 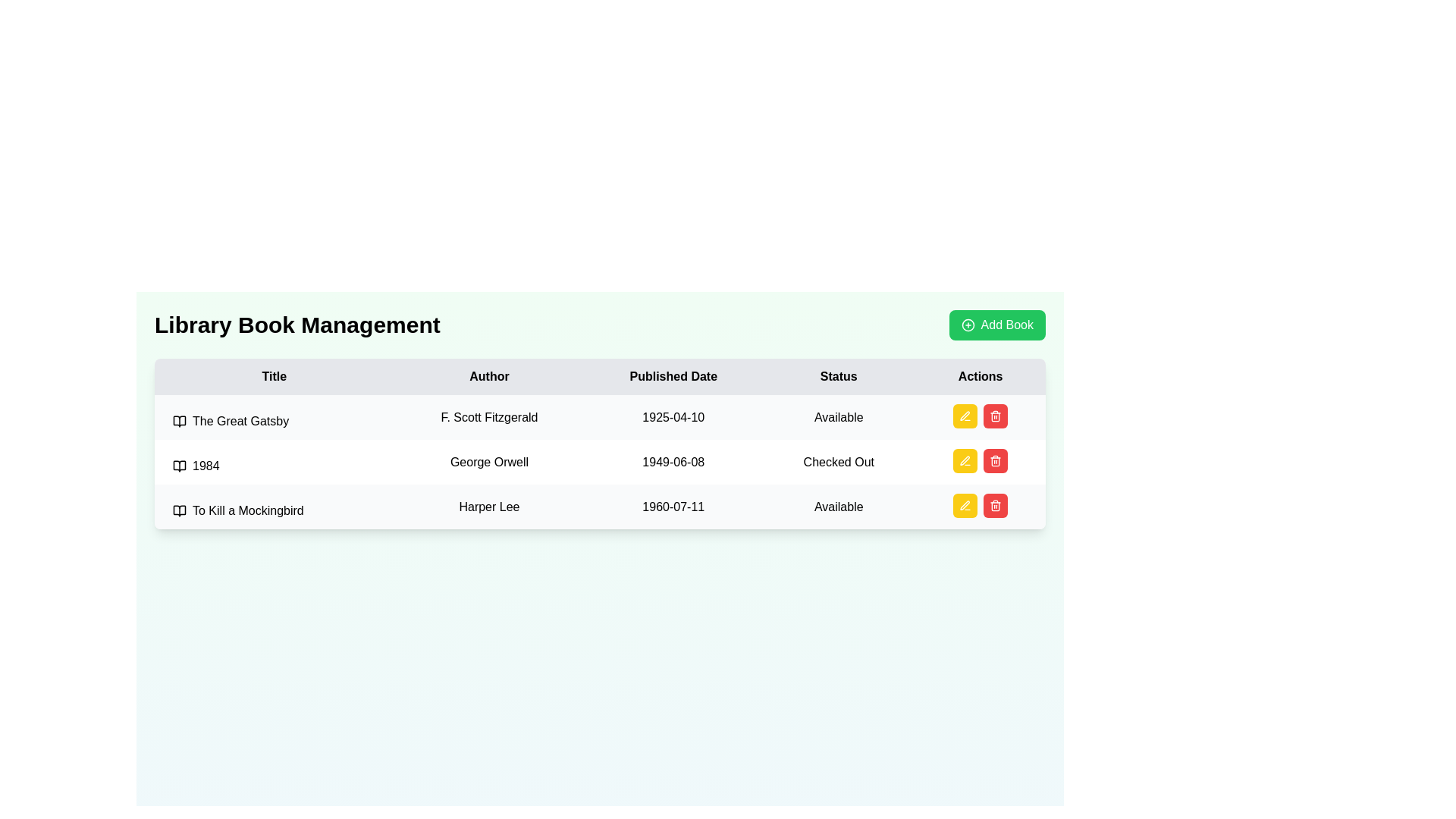 What do you see at coordinates (838, 507) in the screenshot?
I see `the text component in the fourth column of the third row of the table that indicates the availability status of the listed book` at bounding box center [838, 507].